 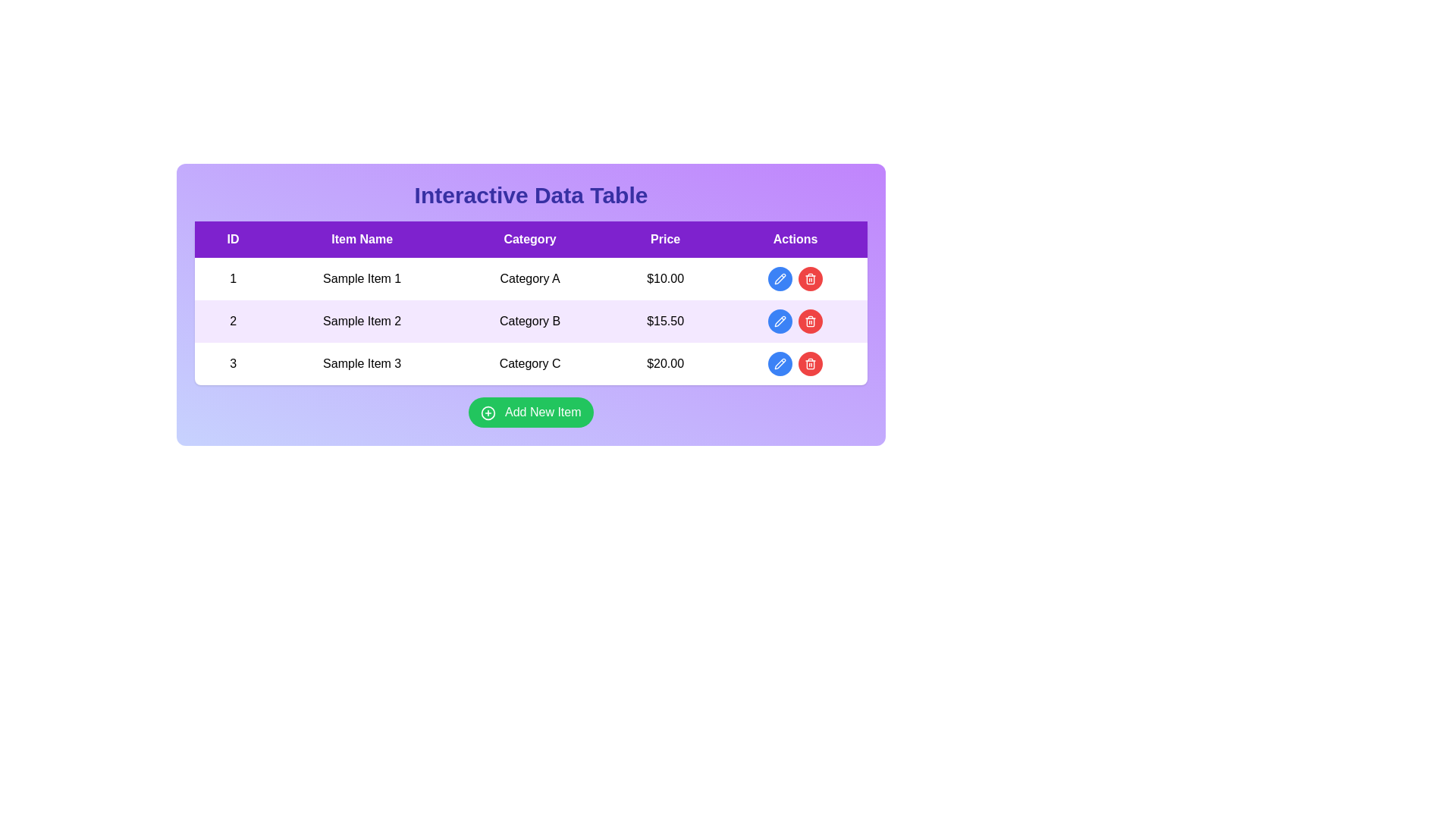 What do you see at coordinates (232, 321) in the screenshot?
I see `the ID number in the first column of the second row of the table corresponding to 'Sample Item 2'` at bounding box center [232, 321].